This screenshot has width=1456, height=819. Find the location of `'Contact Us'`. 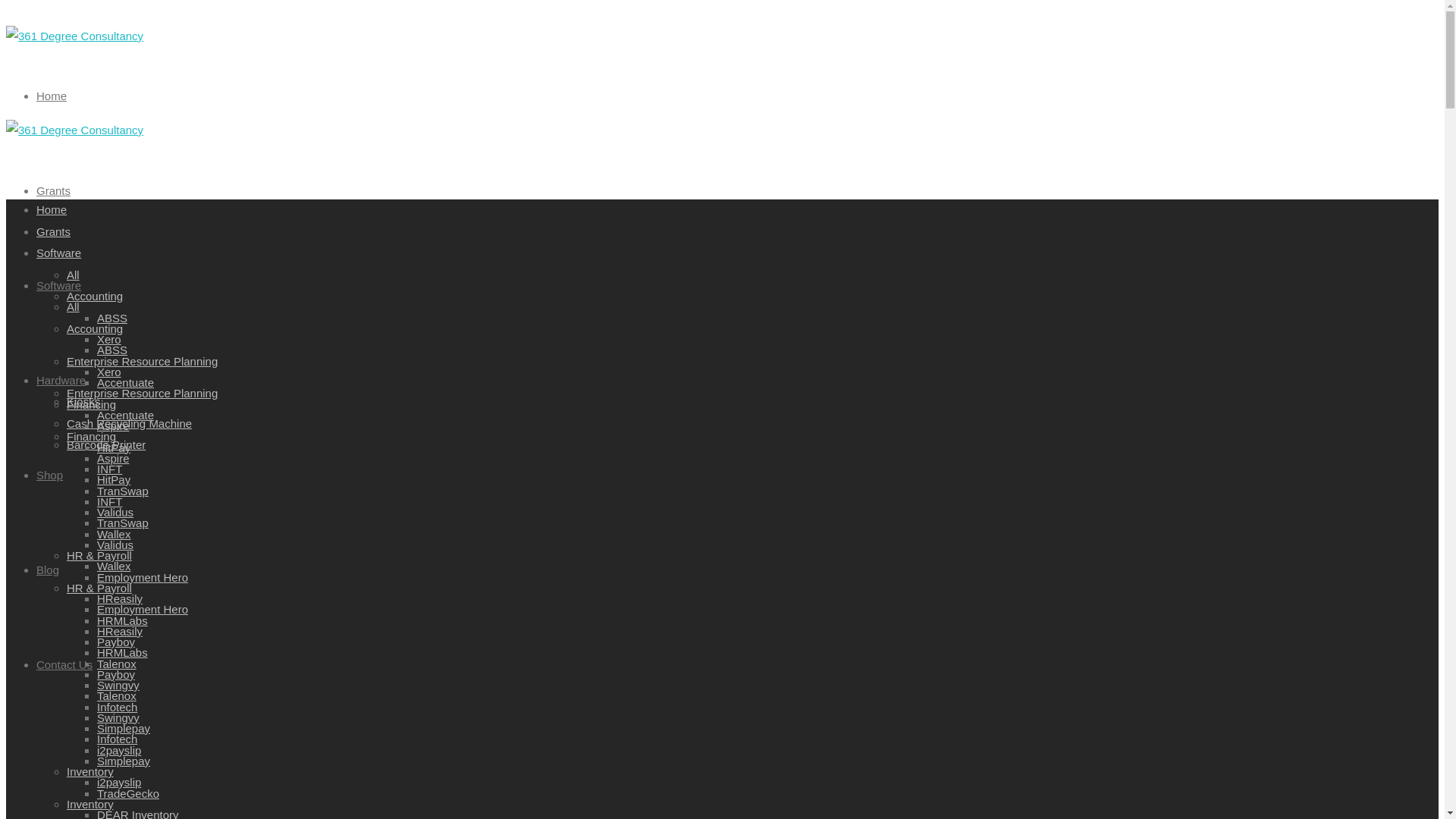

'Contact Us' is located at coordinates (64, 664).